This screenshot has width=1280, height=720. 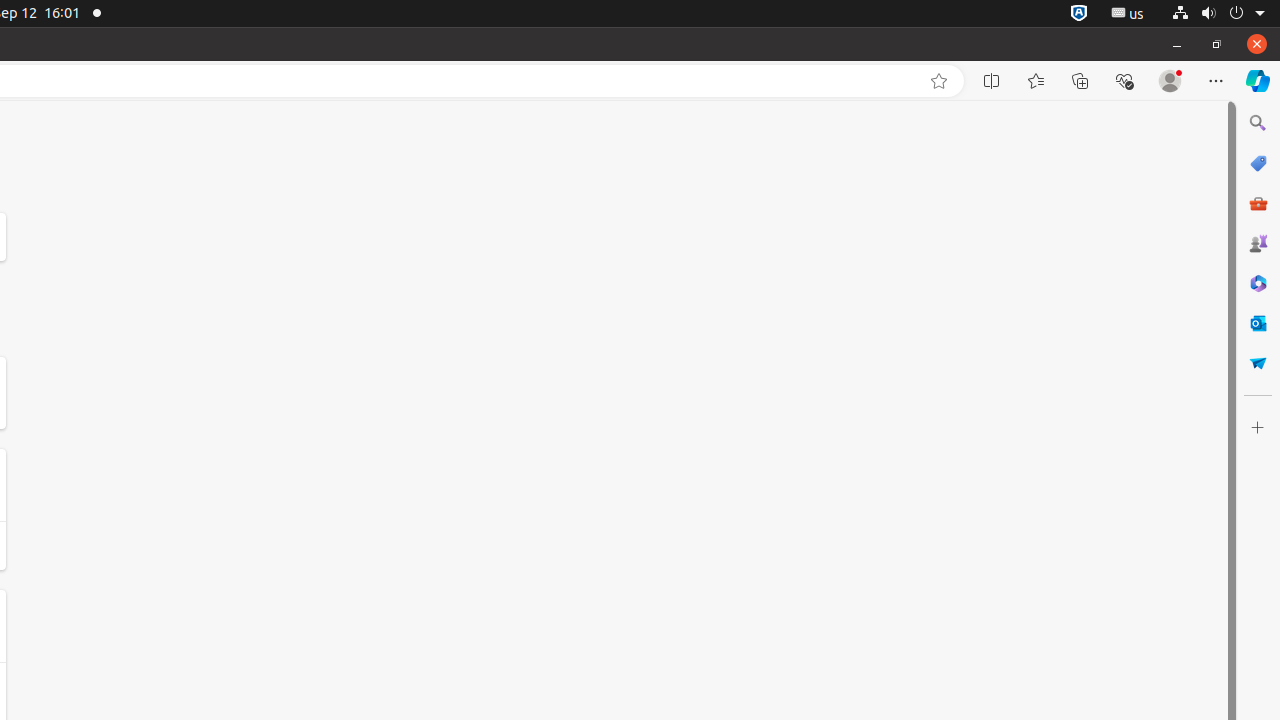 What do you see at coordinates (1256, 242) in the screenshot?
I see `'Games'` at bounding box center [1256, 242].